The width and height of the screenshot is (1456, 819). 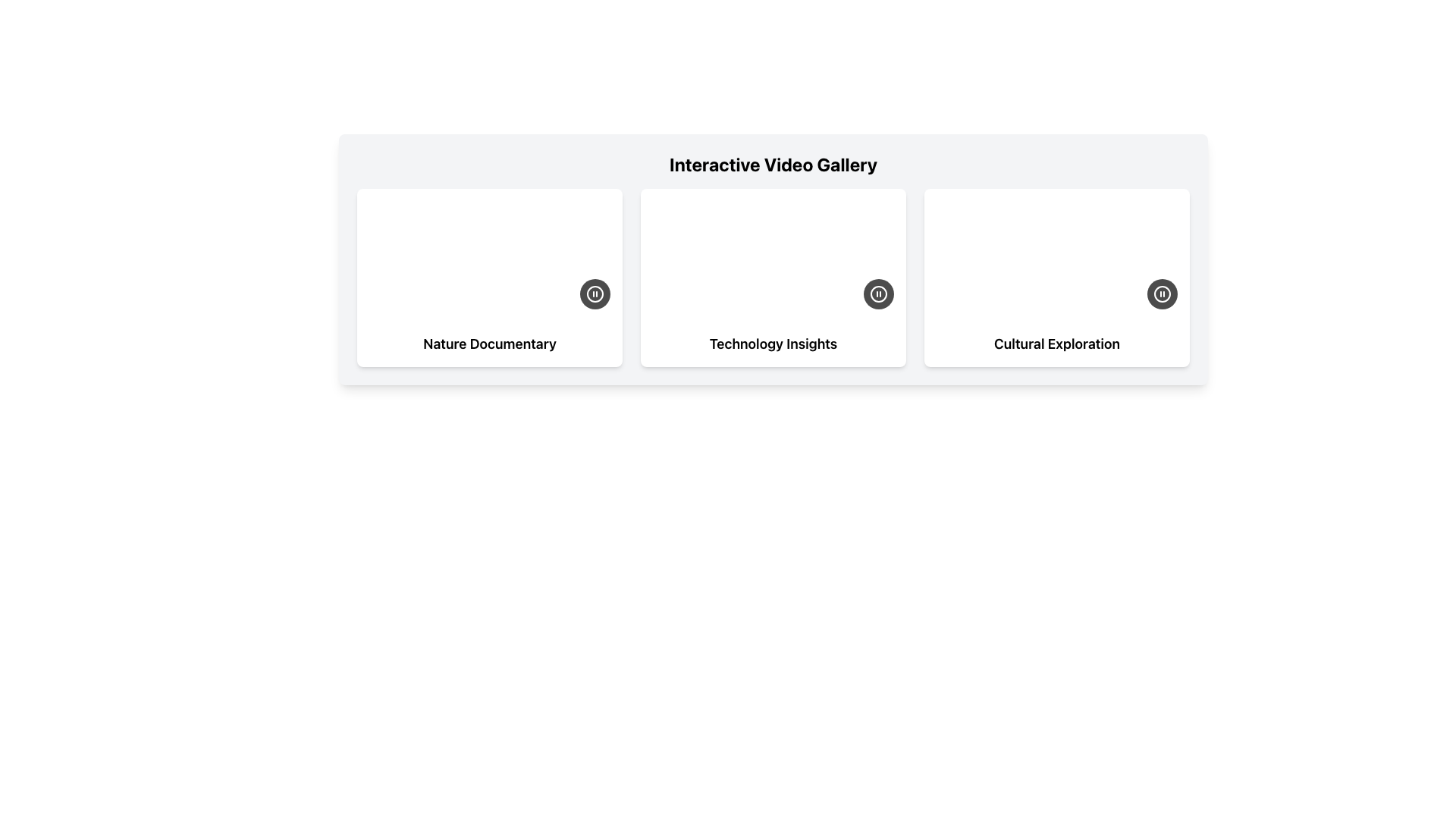 I want to click on text from the Text Label located in the lower part of the leftmost card in a horizontally aligned set of three cards, so click(x=490, y=344).